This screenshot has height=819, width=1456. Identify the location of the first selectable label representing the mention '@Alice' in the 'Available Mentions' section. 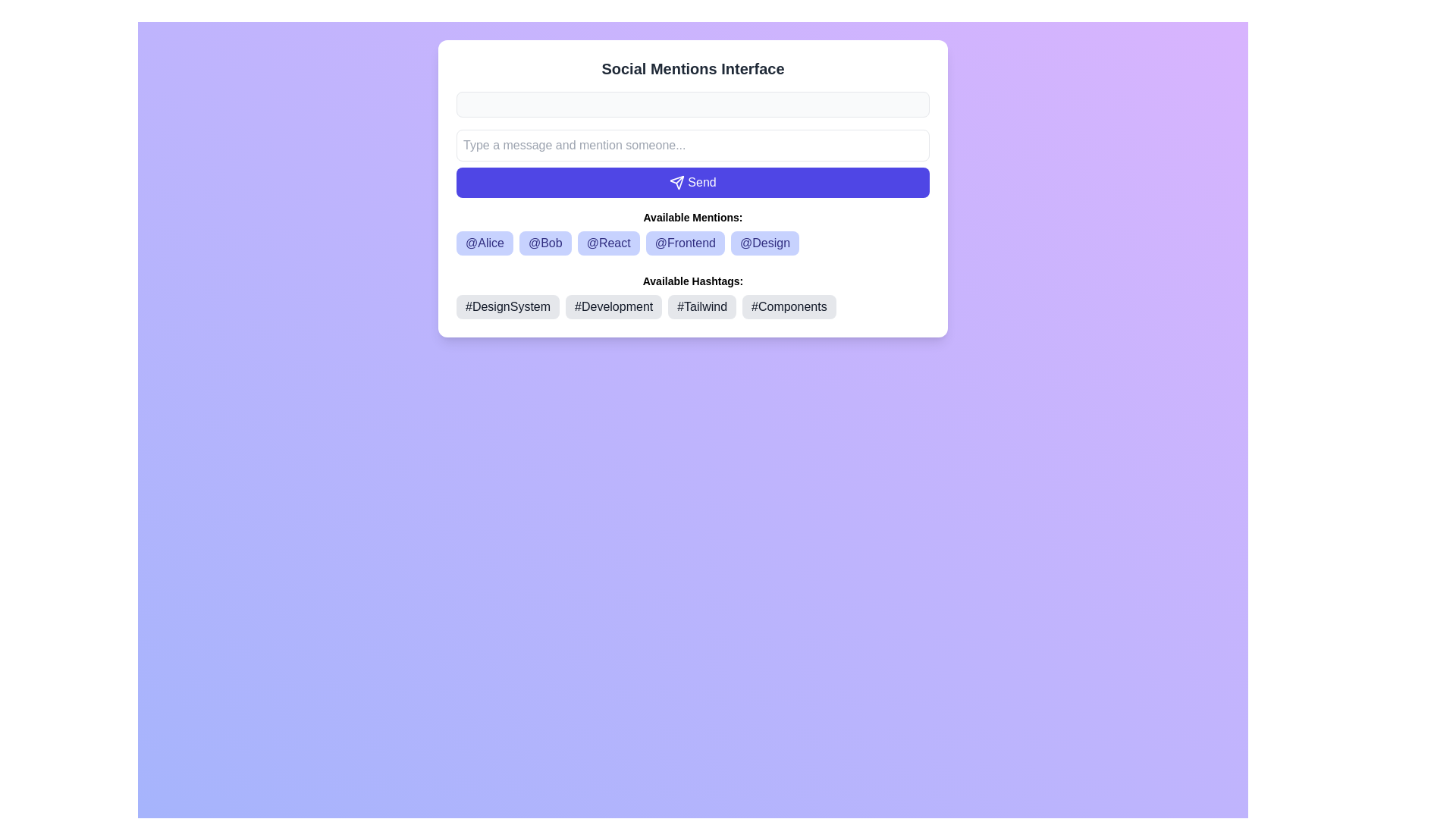
(484, 242).